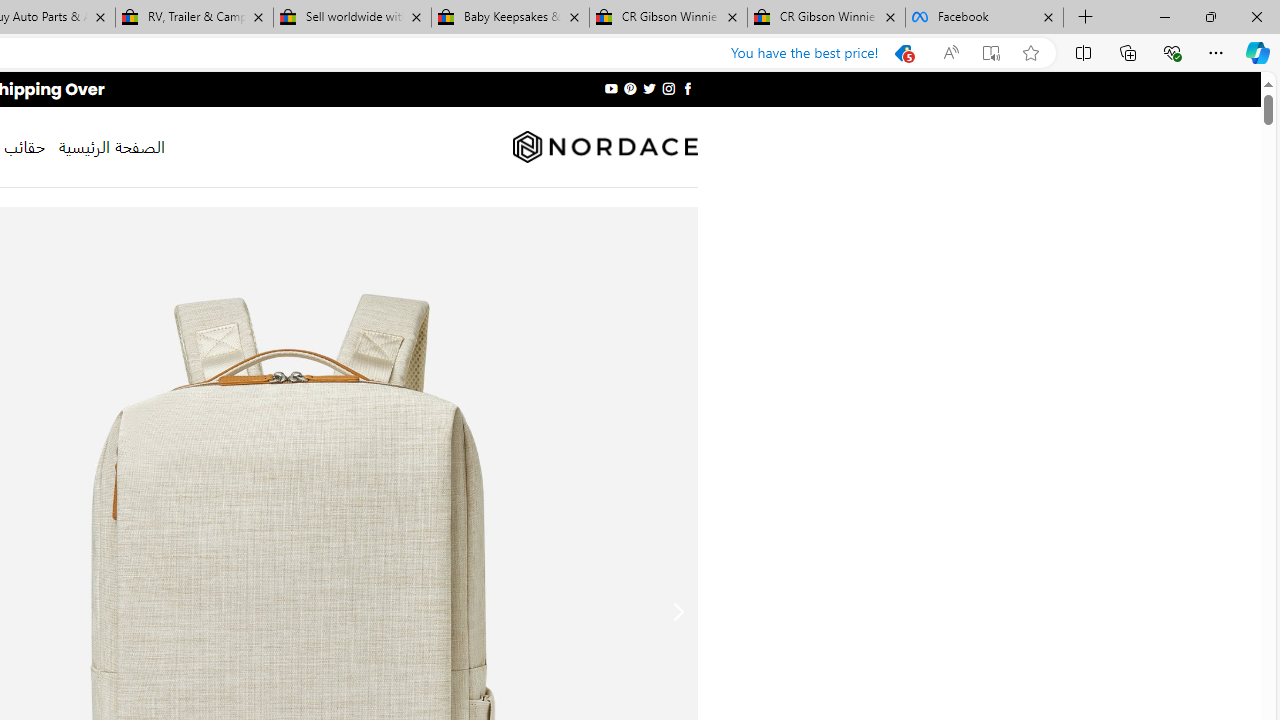 This screenshot has height=720, width=1280. Describe the element at coordinates (610, 88) in the screenshot. I see `'Follow on YouTube'` at that location.